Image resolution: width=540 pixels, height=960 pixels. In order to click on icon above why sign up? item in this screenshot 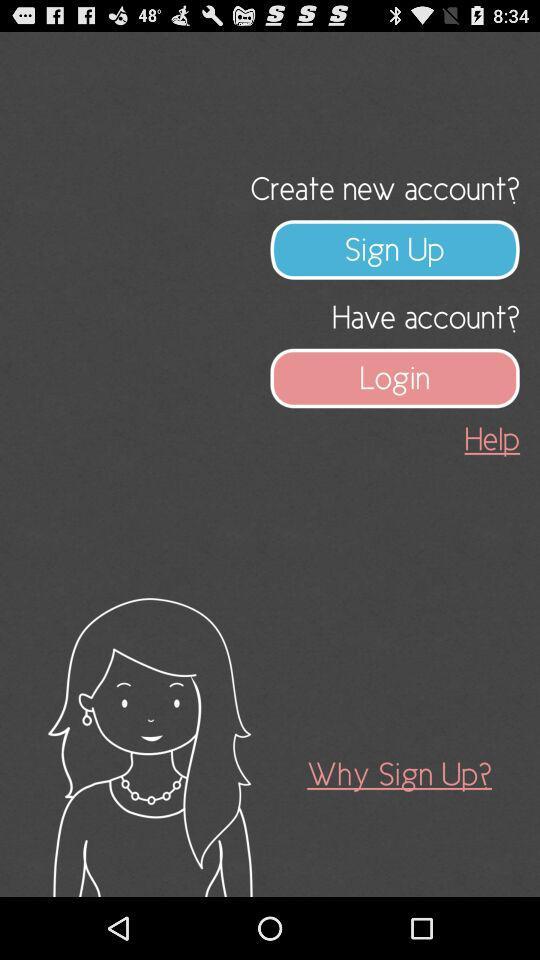, I will do `click(491, 439)`.